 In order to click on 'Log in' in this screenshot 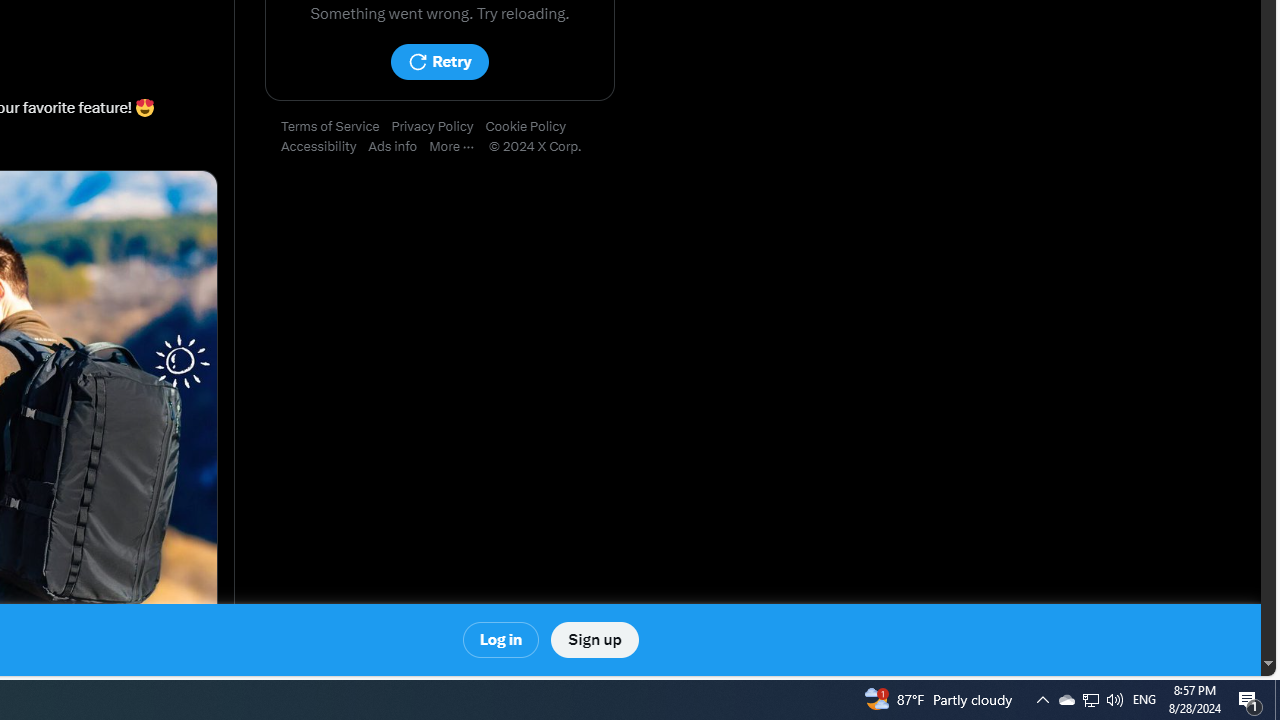, I will do `click(501, 640)`.